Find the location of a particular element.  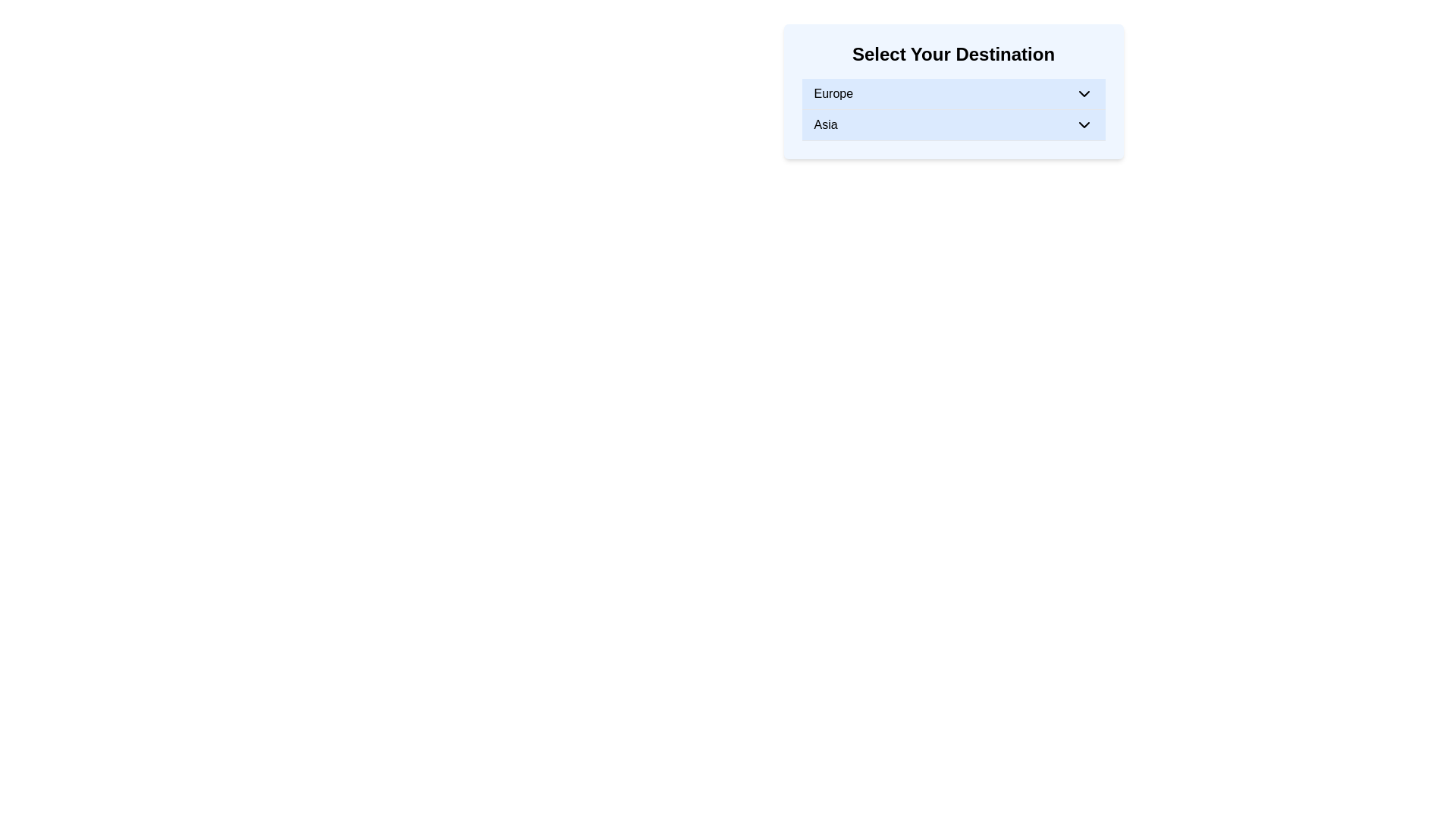

the second interactive button is located at coordinates (952, 124).